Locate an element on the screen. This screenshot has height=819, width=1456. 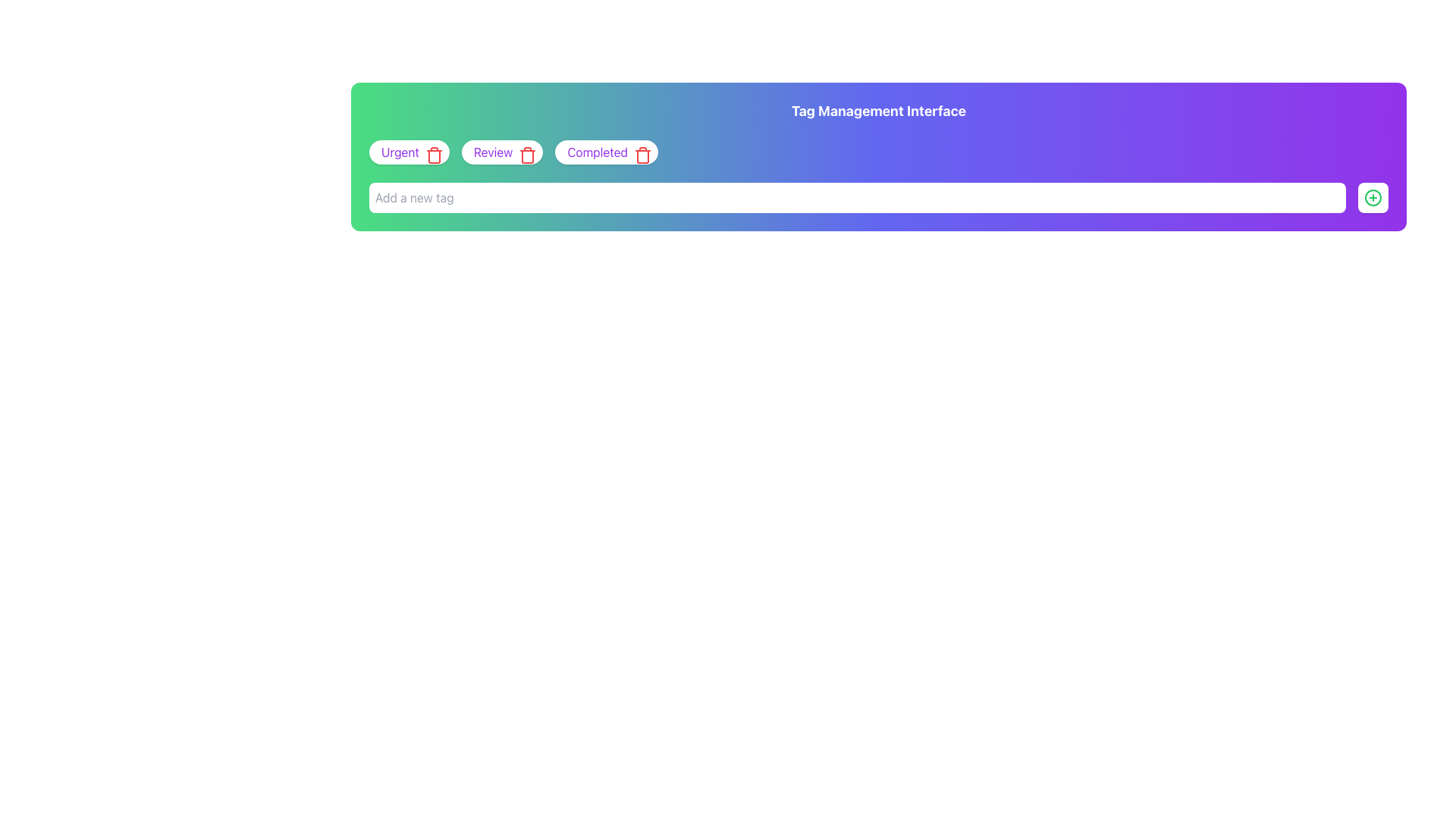
the delete icon button located in the third position of the button group, which is used is located at coordinates (640, 152).